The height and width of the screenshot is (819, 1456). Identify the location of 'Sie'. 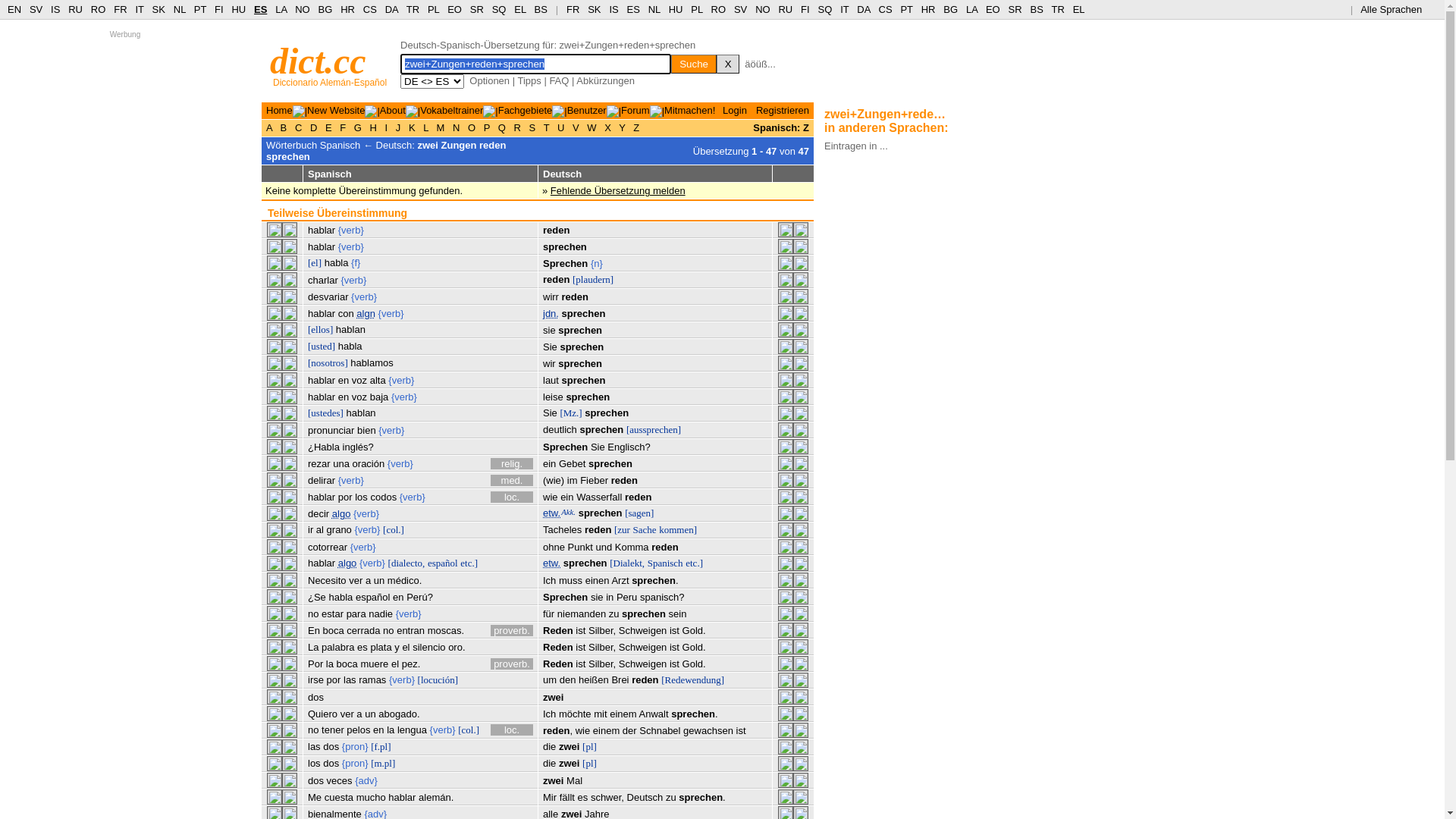
(549, 347).